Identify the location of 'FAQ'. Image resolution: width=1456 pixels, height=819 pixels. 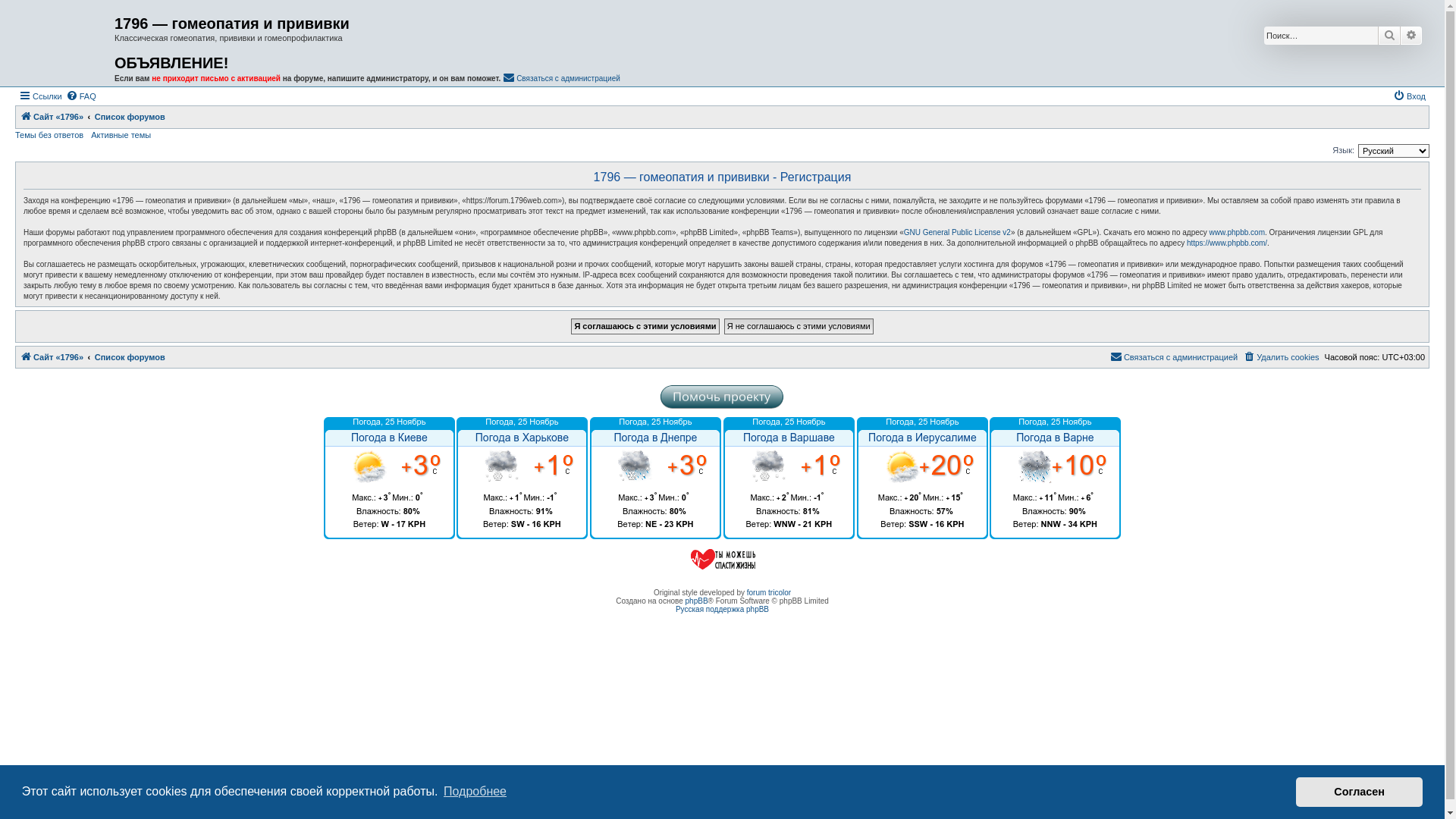
(80, 96).